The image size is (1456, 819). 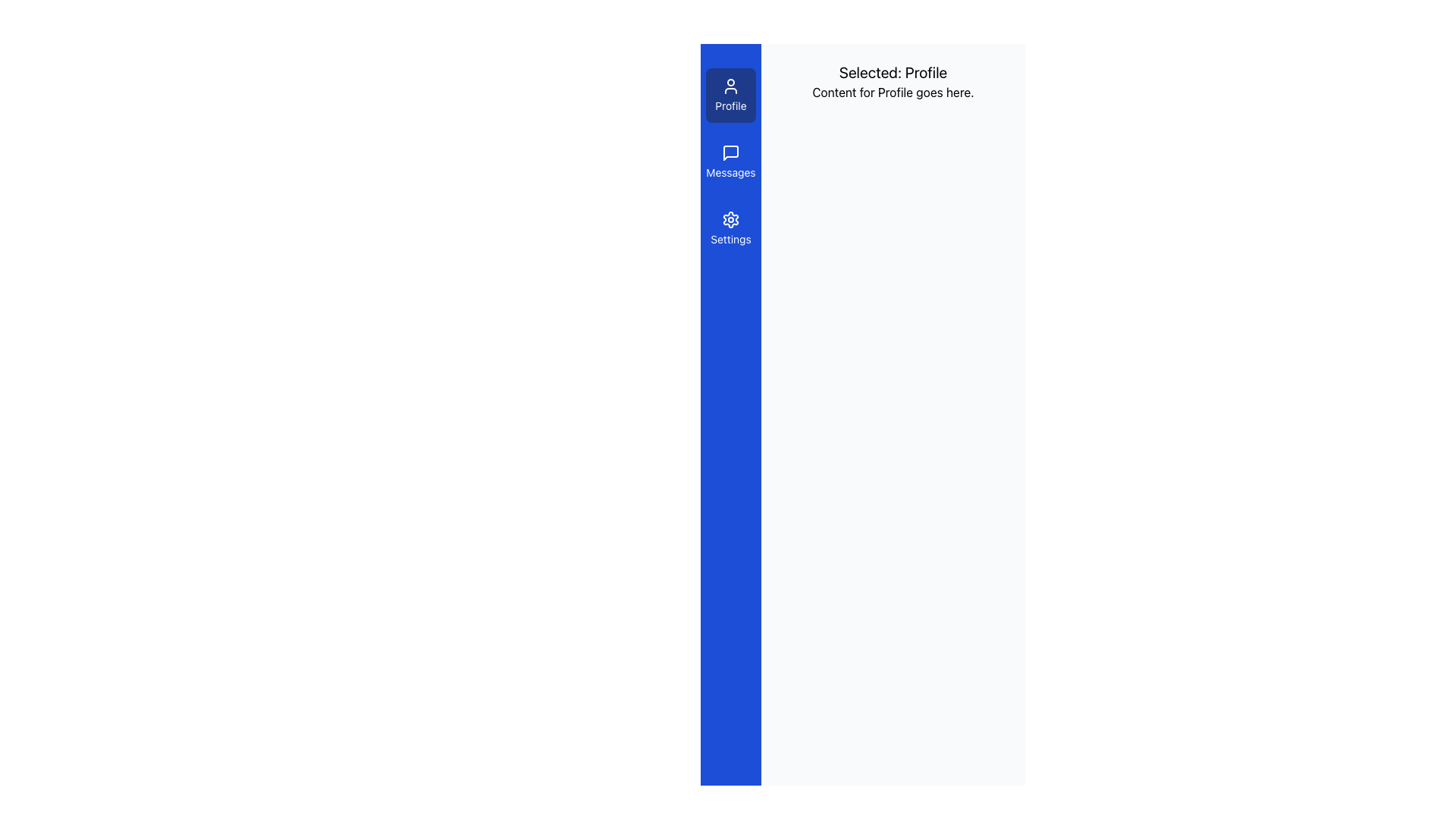 I want to click on the 'Messages' text label located, so click(x=731, y=171).